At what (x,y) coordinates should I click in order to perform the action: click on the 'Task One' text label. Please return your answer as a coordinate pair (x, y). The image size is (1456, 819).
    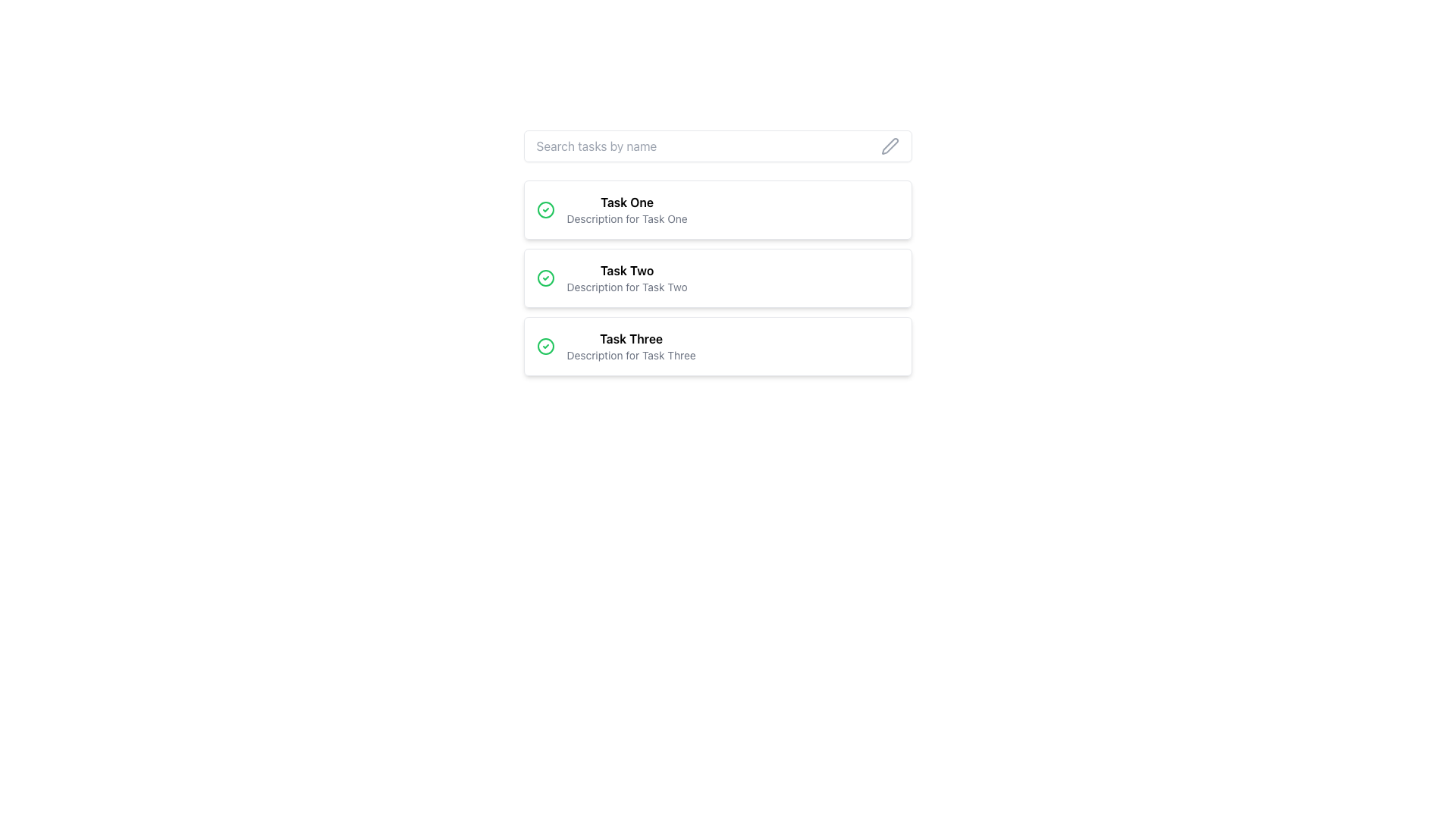
    Looking at the image, I should click on (627, 201).